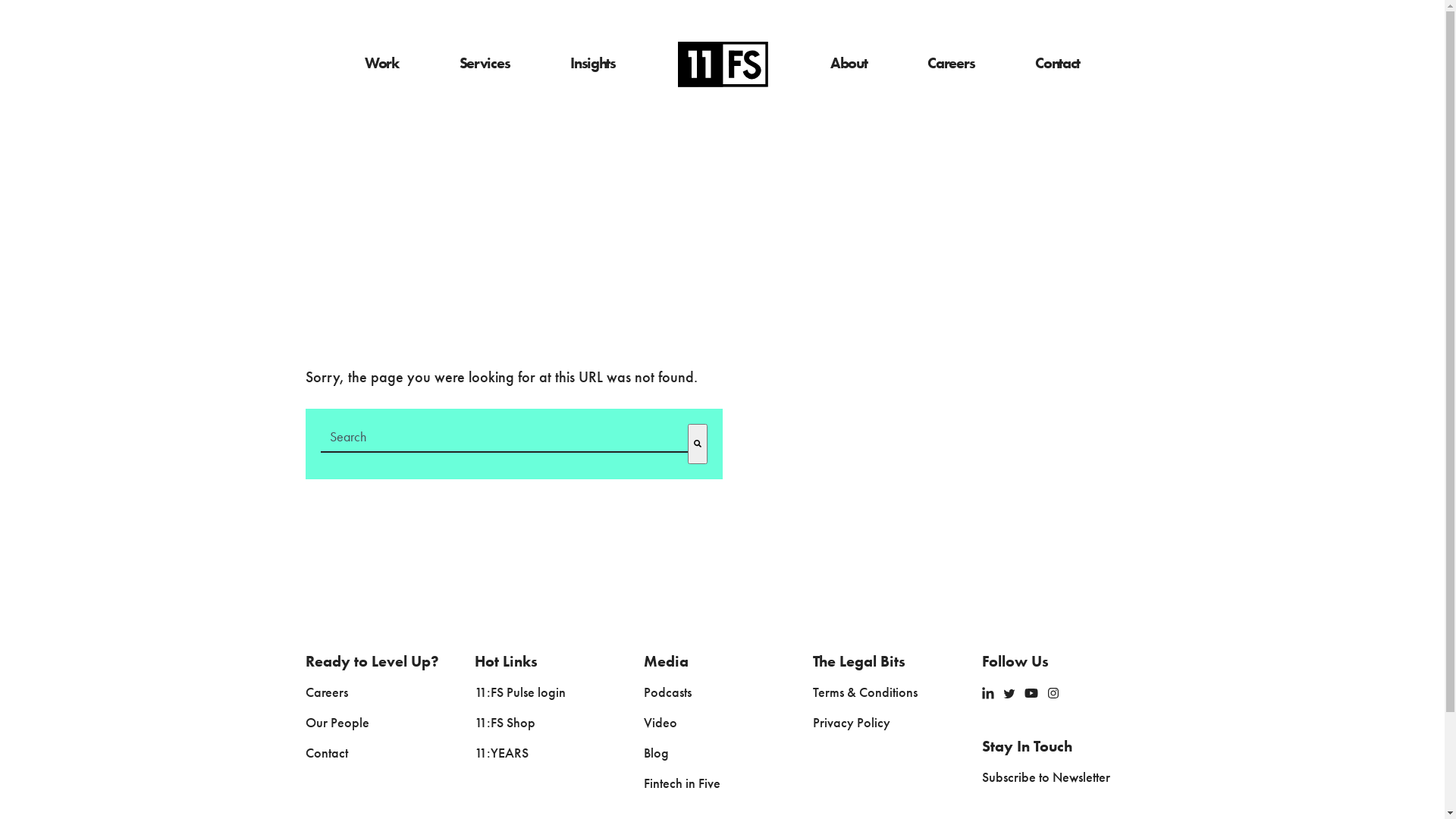 Image resolution: width=1456 pixels, height=819 pixels. Describe the element at coordinates (982, 778) in the screenshot. I see `'Subscribe to Newsletter'` at that location.